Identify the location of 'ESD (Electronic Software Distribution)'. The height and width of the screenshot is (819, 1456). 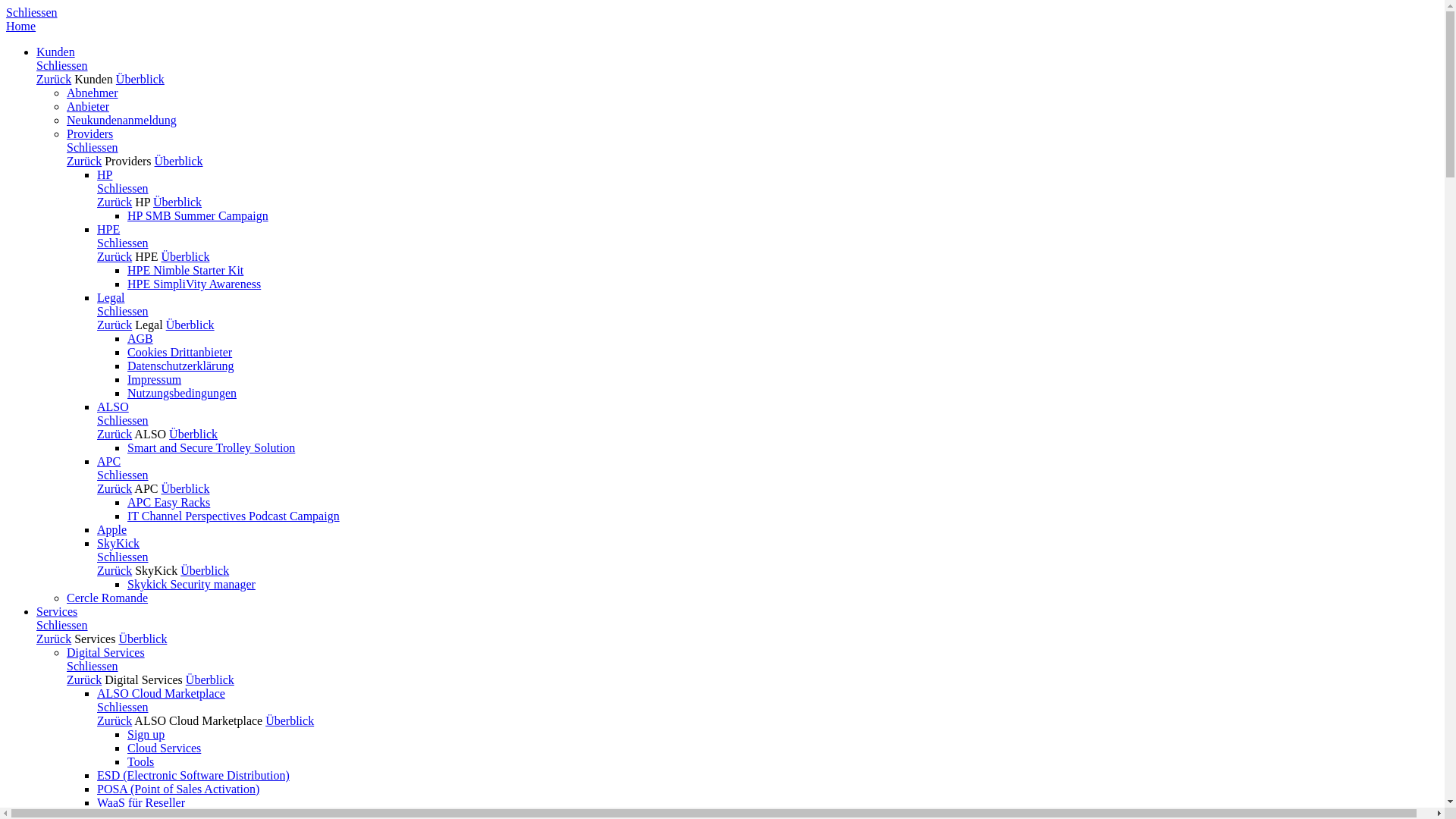
(192, 775).